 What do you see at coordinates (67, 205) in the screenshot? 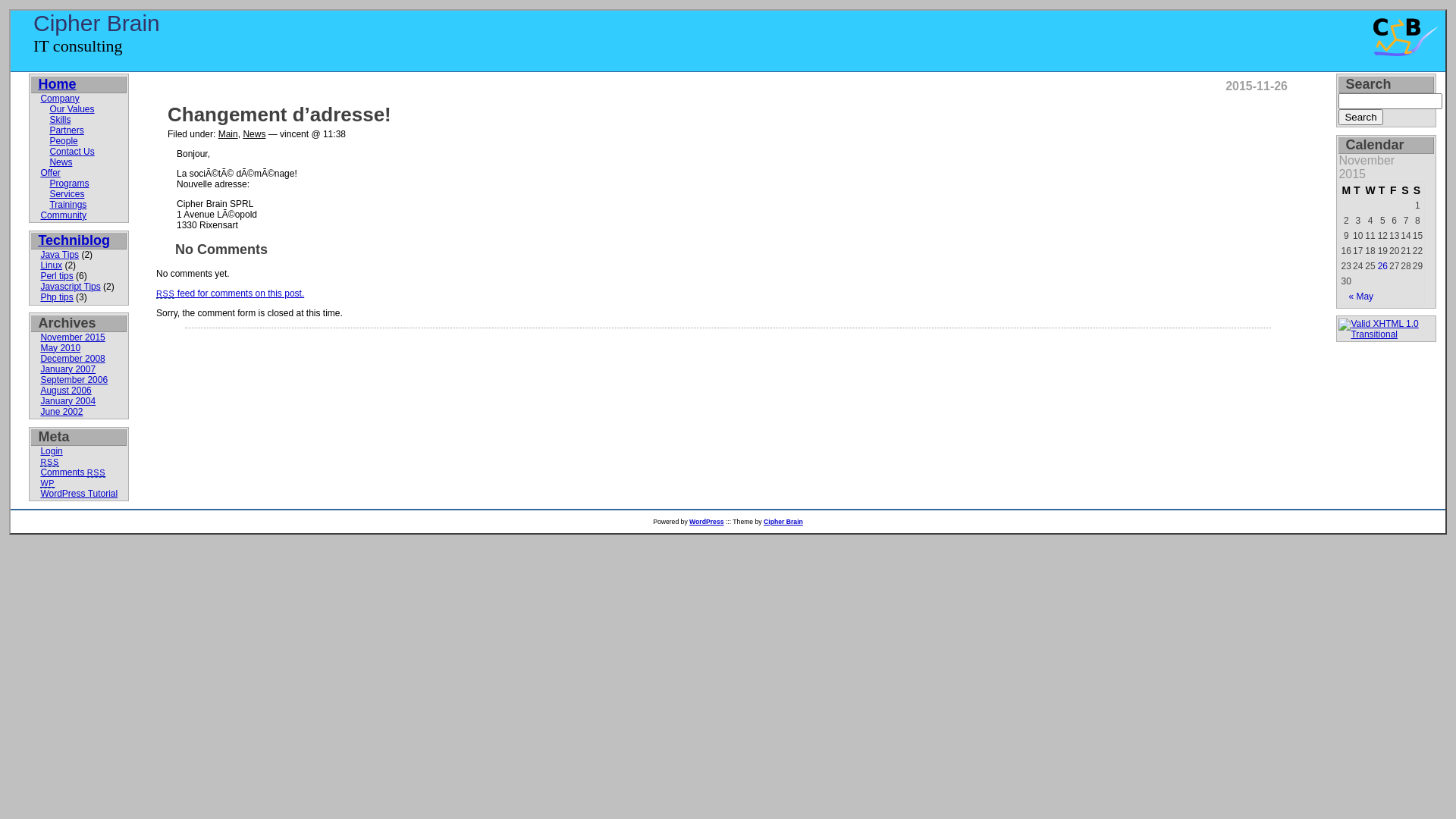
I see `'Trainings'` at bounding box center [67, 205].